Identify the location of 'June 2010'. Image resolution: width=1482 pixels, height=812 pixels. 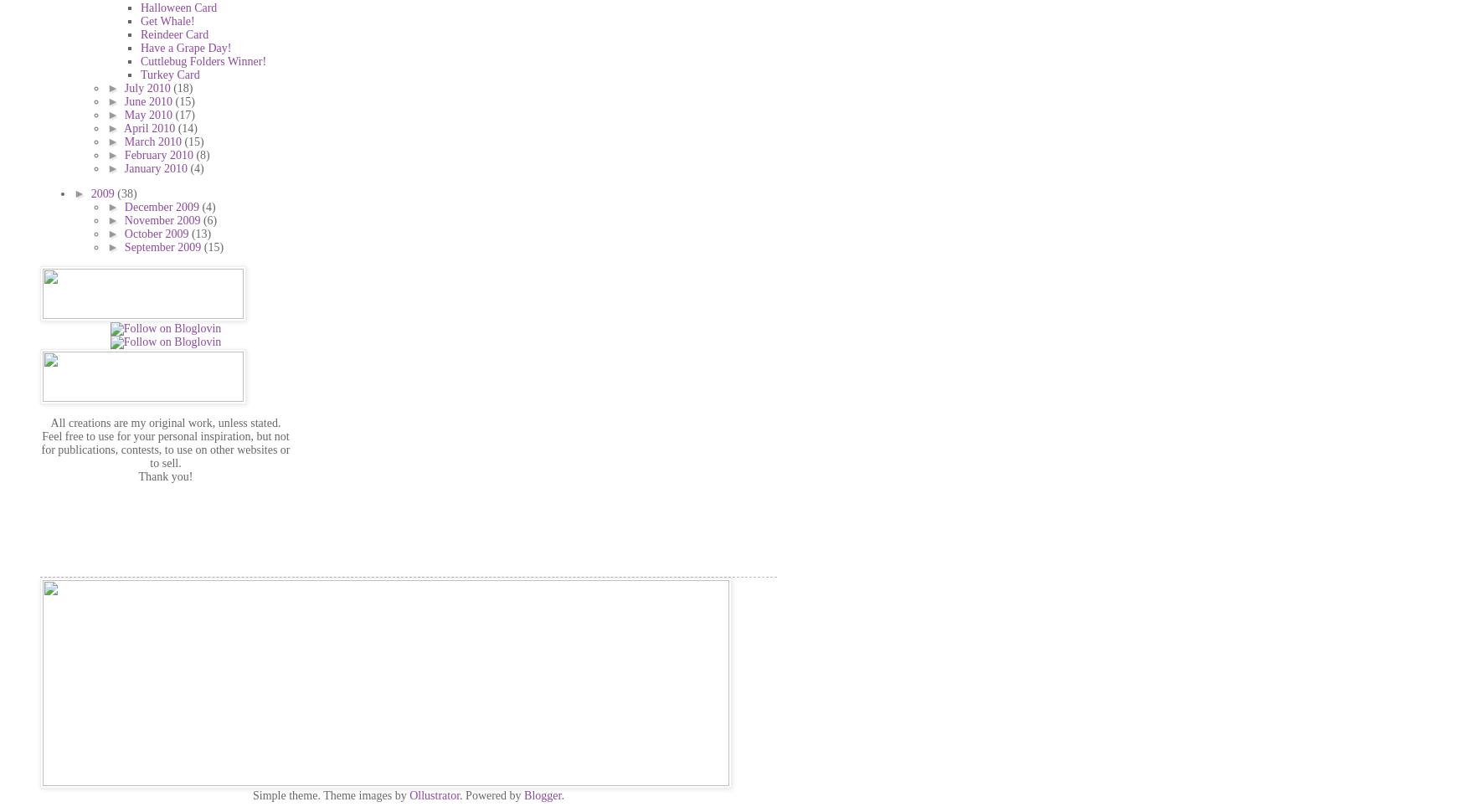
(149, 100).